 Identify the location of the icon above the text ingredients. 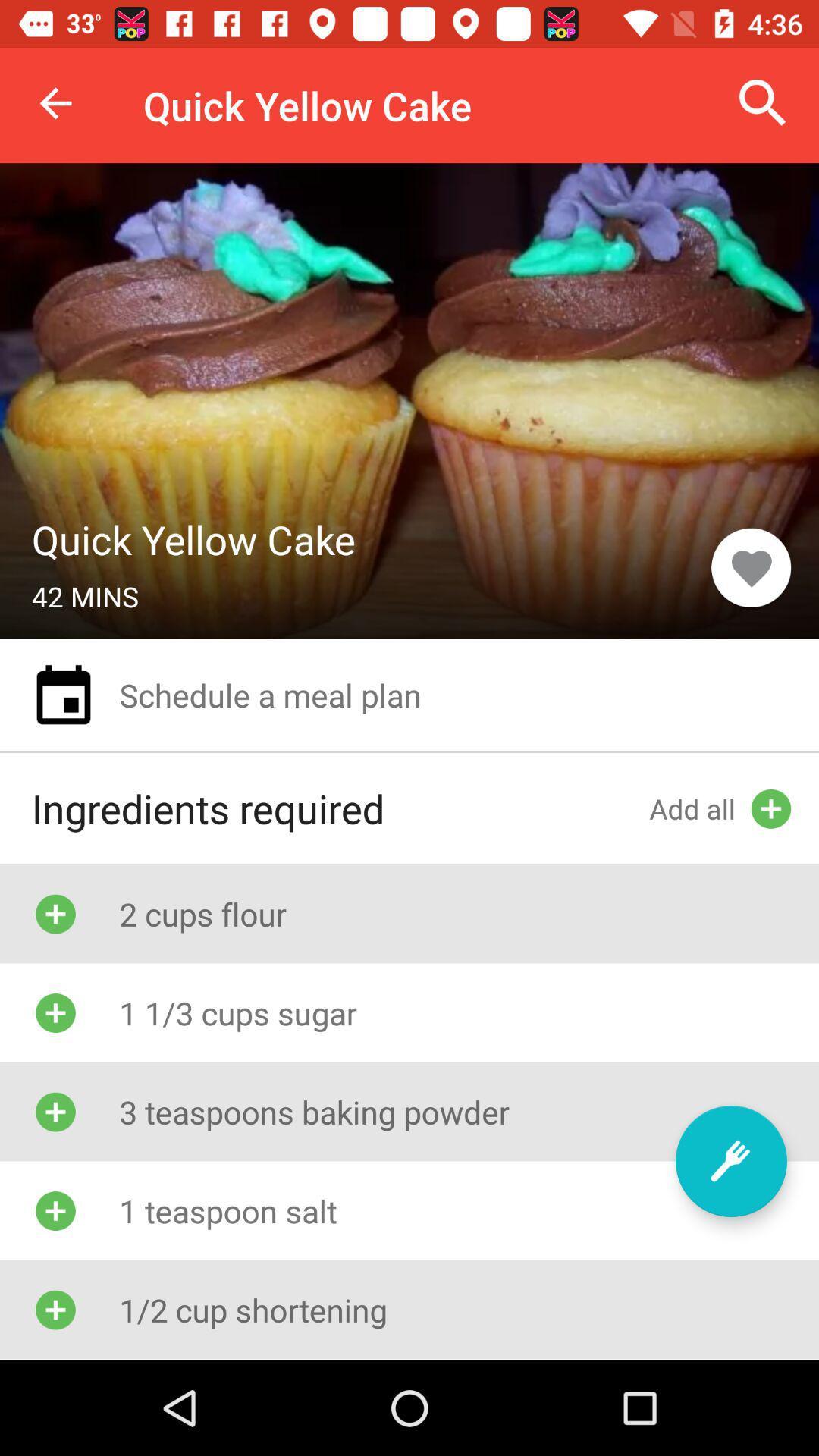
(63, 694).